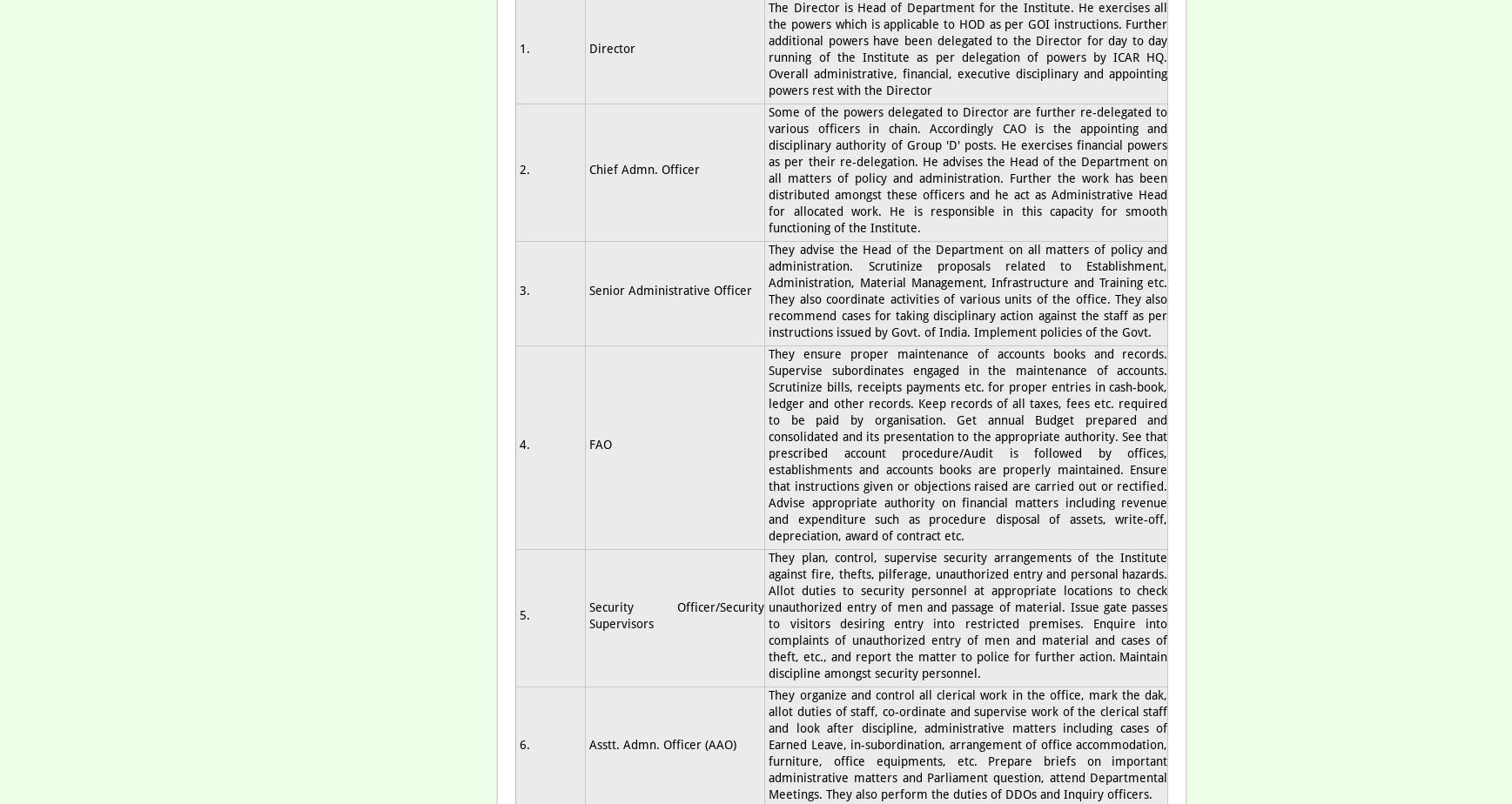 This screenshot has height=804, width=1512. I want to click on 'They ensure proper maintenance of accounts books and records. Supervise subordinates engaged in the maintenance of accounts. Scrutinize bills, receipts payments etc. for proper entries in cash-book, ledger and other records. Keep records of all taxes, fees etc. required to be paid by organisation. Get annual Budget prepared and consolidated and its presentation to the appropriate authority. See that prescribed account procedure/Audit is followed by offices, establishments and accounts books are properly maintained. Ensure that instructions given or objections raised are carried out or rectified. Advise appropriate authority on financial matters including revenue and expenditure such as procedure disposal of assets, write-off, depreciation, award of contract etc.', so click(768, 444).